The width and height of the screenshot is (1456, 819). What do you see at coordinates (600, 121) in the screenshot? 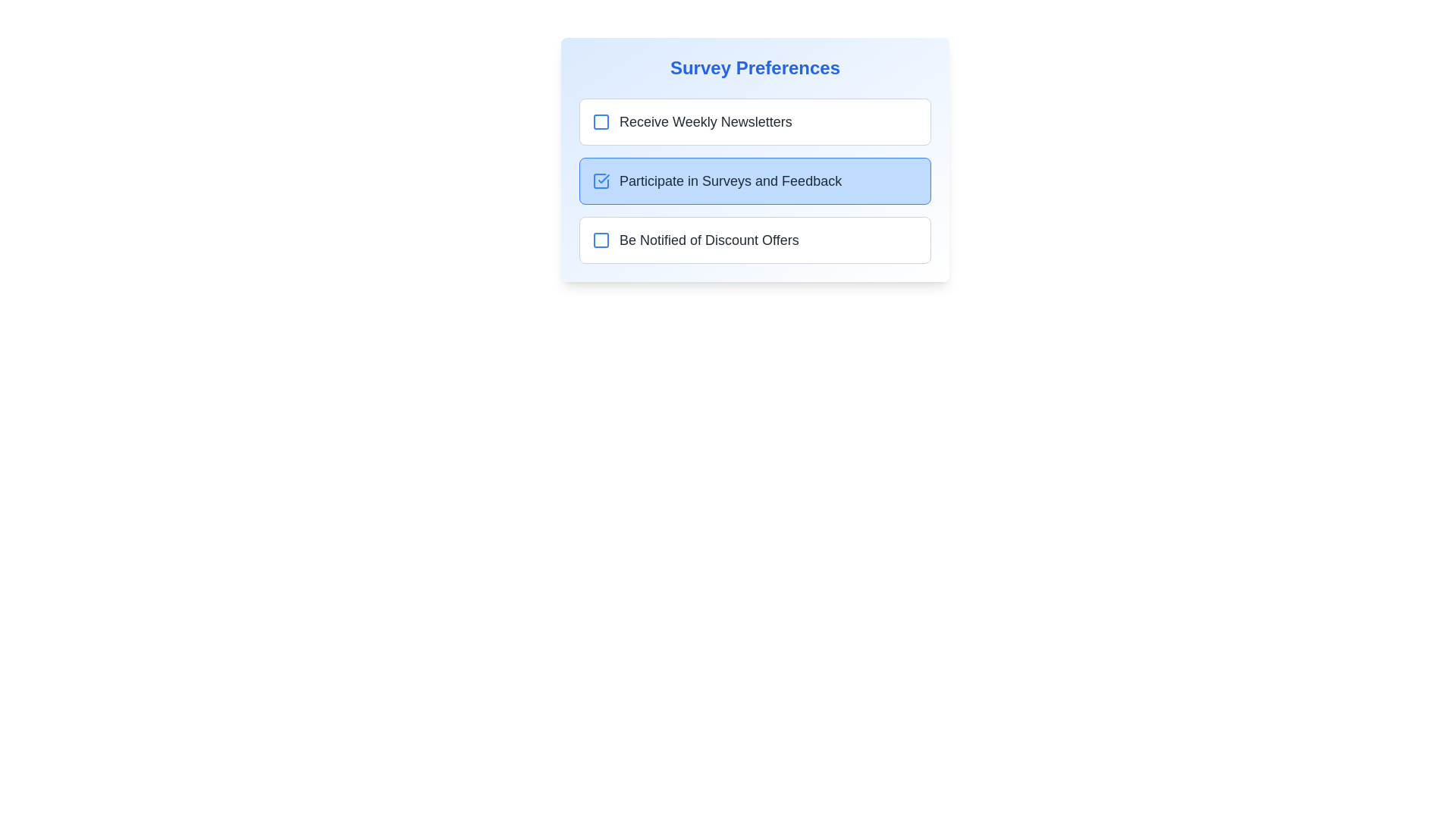
I see `the small blue square checkbox icon located to the left of the text 'Receive Weekly Newsletters'` at bounding box center [600, 121].